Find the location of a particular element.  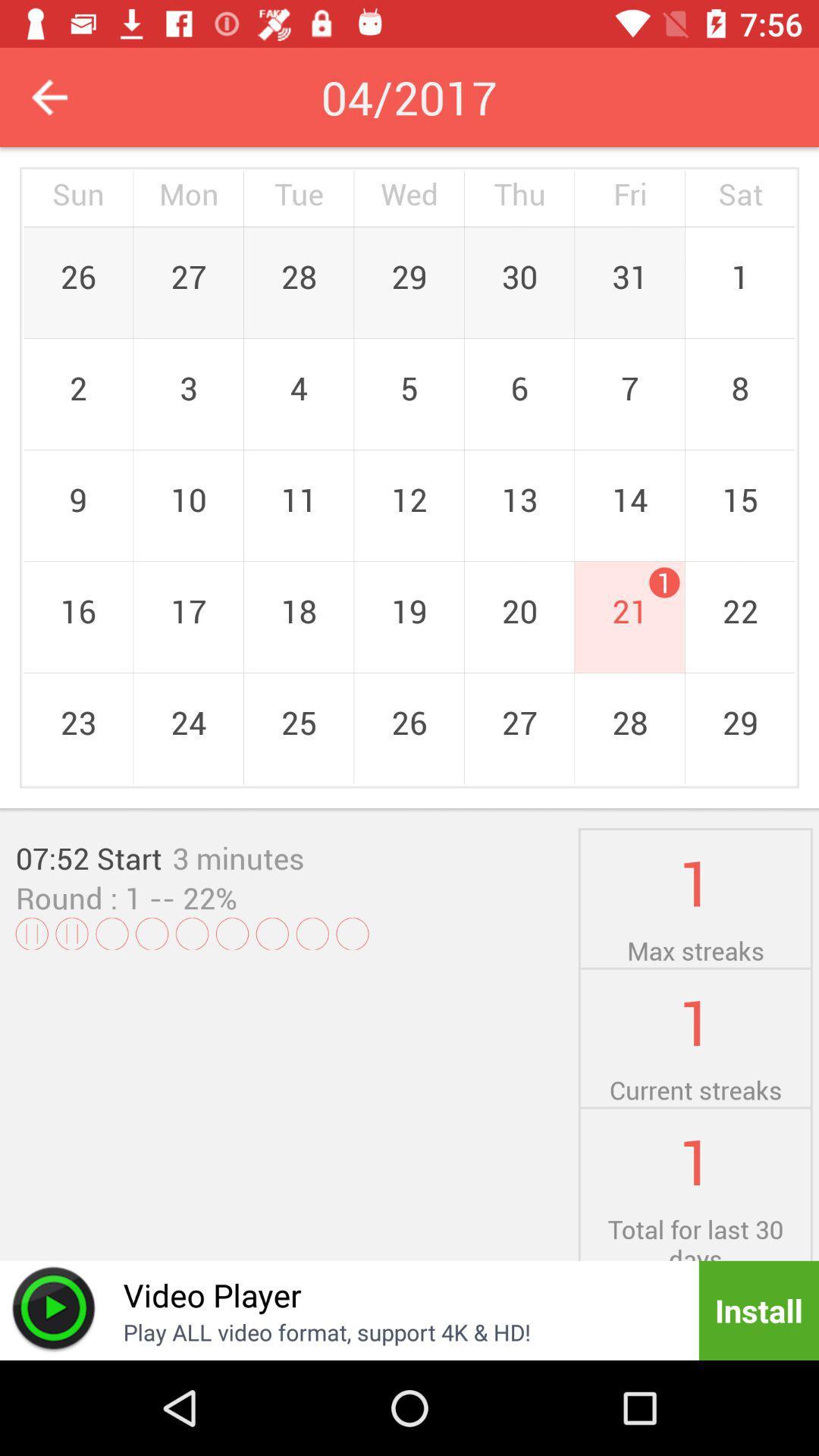

07:52 start item is located at coordinates (89, 858).